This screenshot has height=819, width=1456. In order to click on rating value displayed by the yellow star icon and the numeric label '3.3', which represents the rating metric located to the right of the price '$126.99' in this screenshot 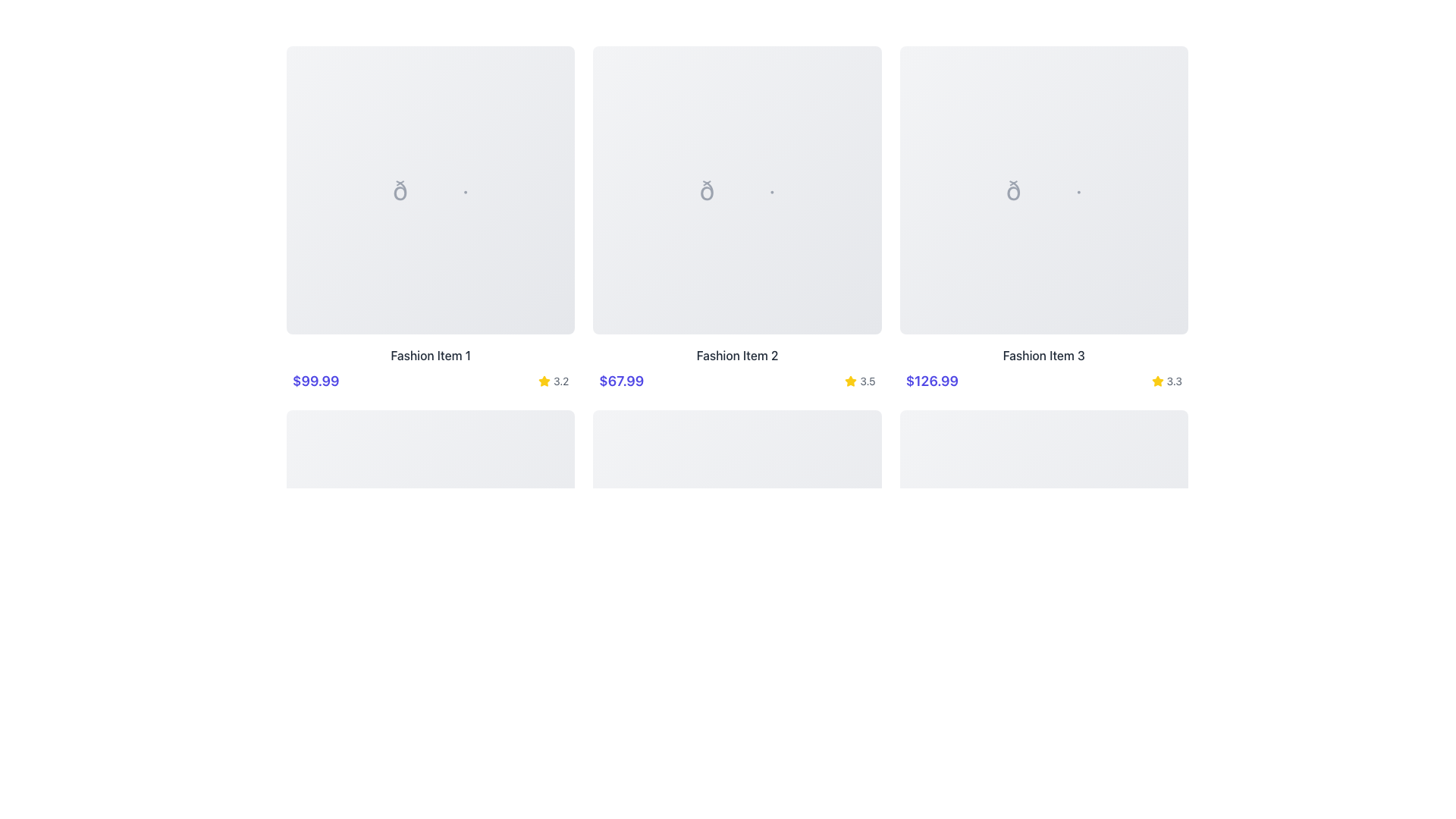, I will do `click(1166, 381)`.